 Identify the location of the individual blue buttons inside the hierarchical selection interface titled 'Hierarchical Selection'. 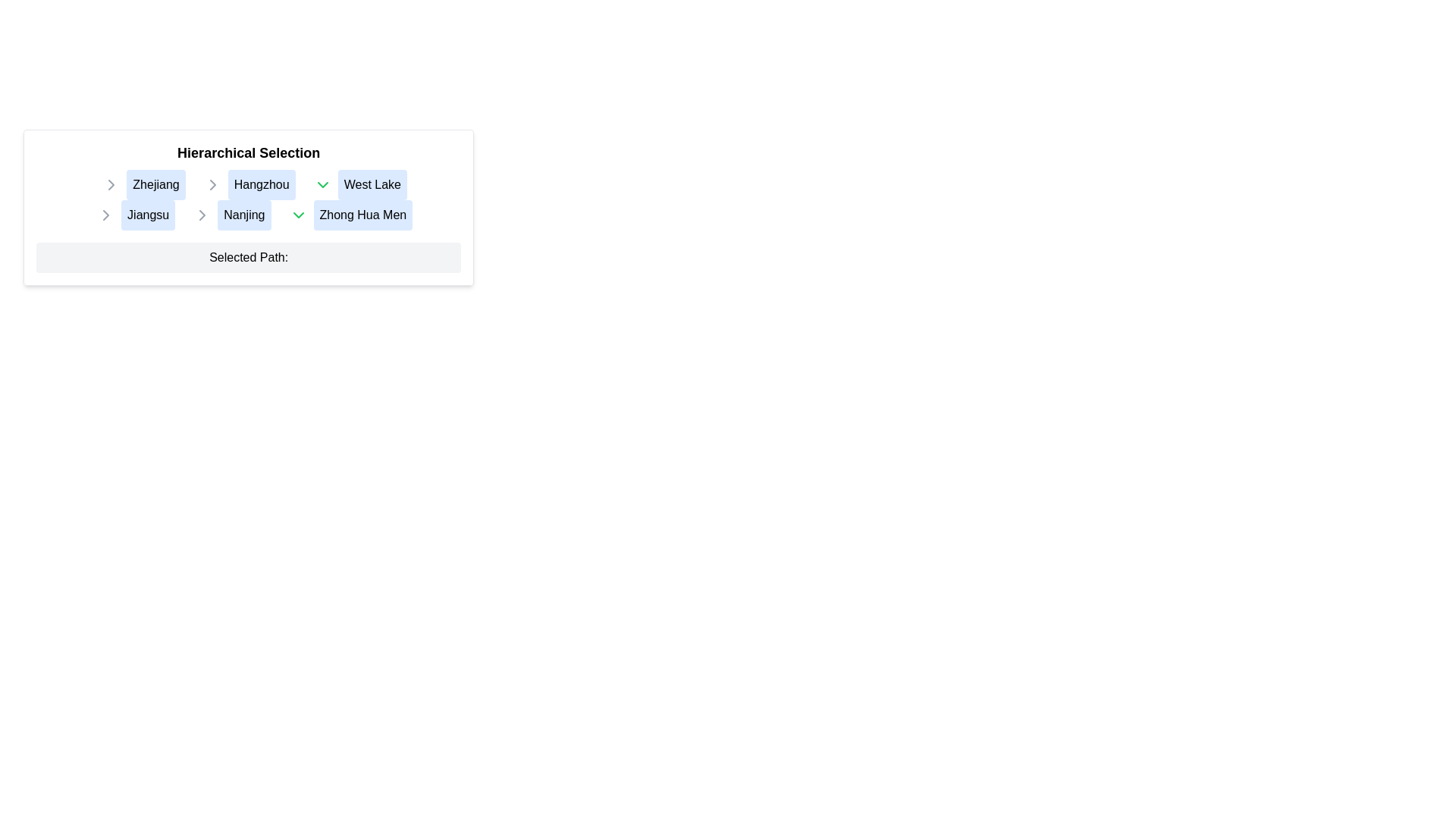
(249, 207).